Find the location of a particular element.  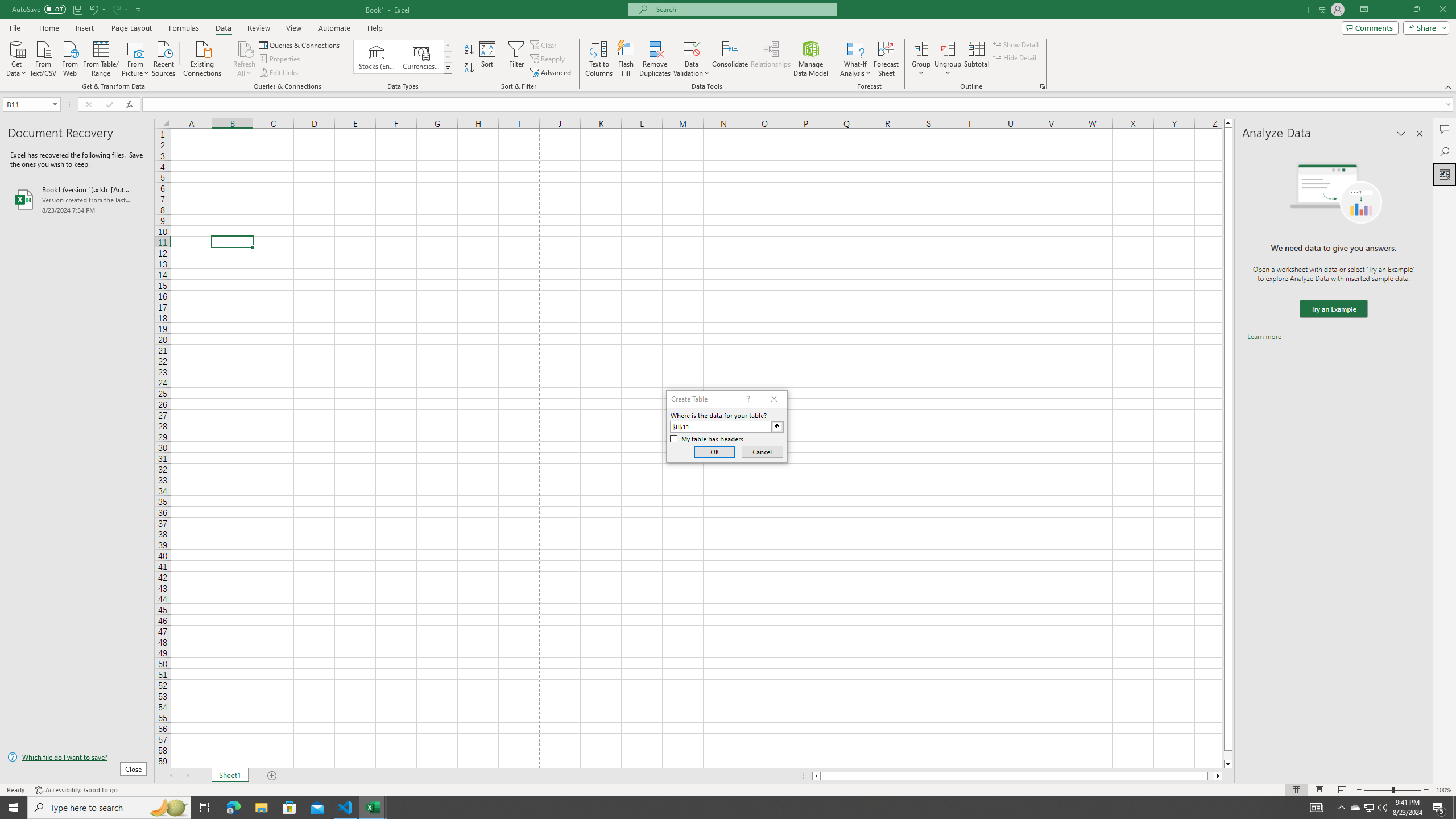

'Forecast Sheet' is located at coordinates (886, 59).